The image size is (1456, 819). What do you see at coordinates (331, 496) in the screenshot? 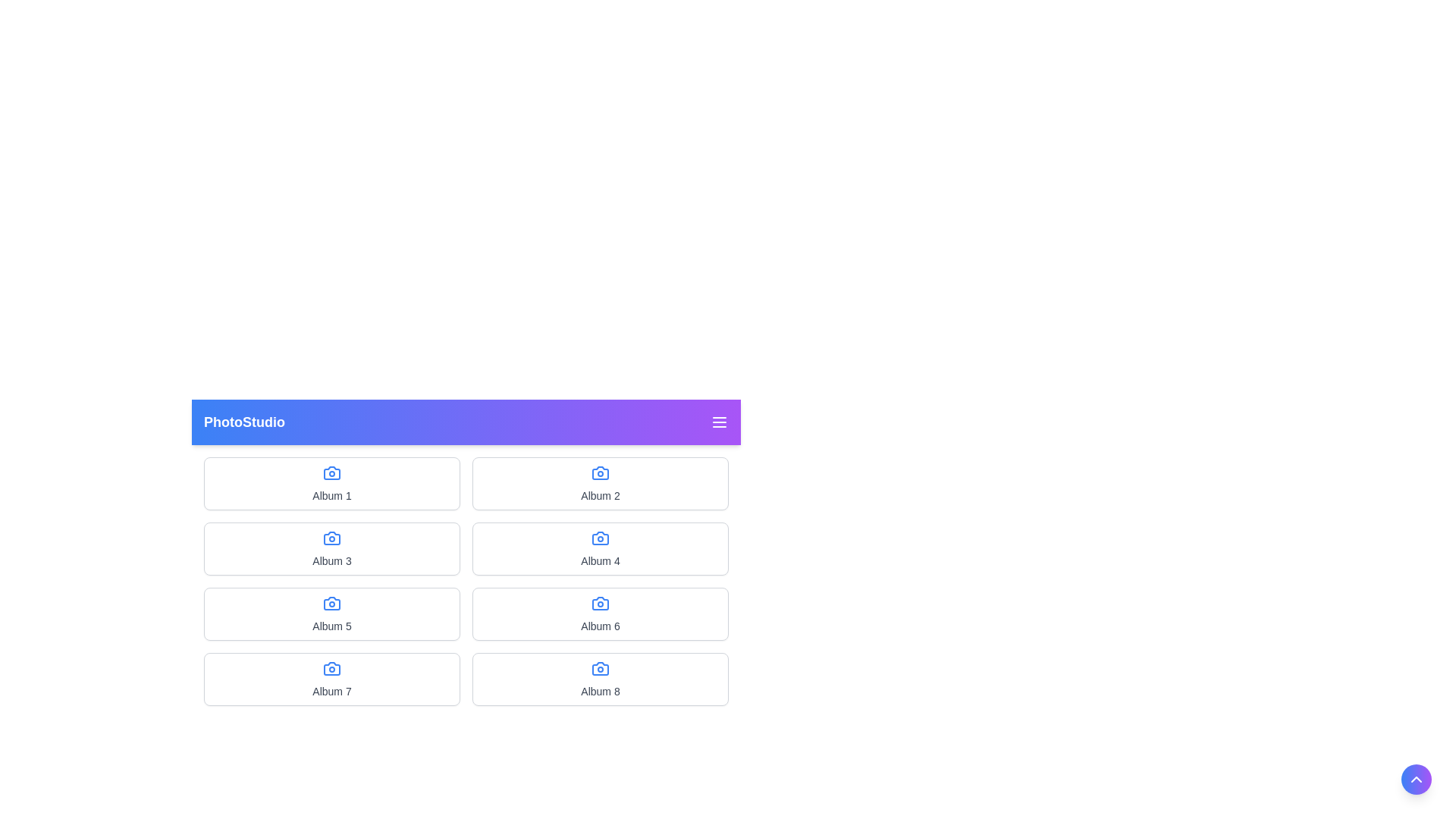
I see `description of the Text Label that identifies the associated album in the first card of the top row in the grid layout, located below the camera icon` at bounding box center [331, 496].